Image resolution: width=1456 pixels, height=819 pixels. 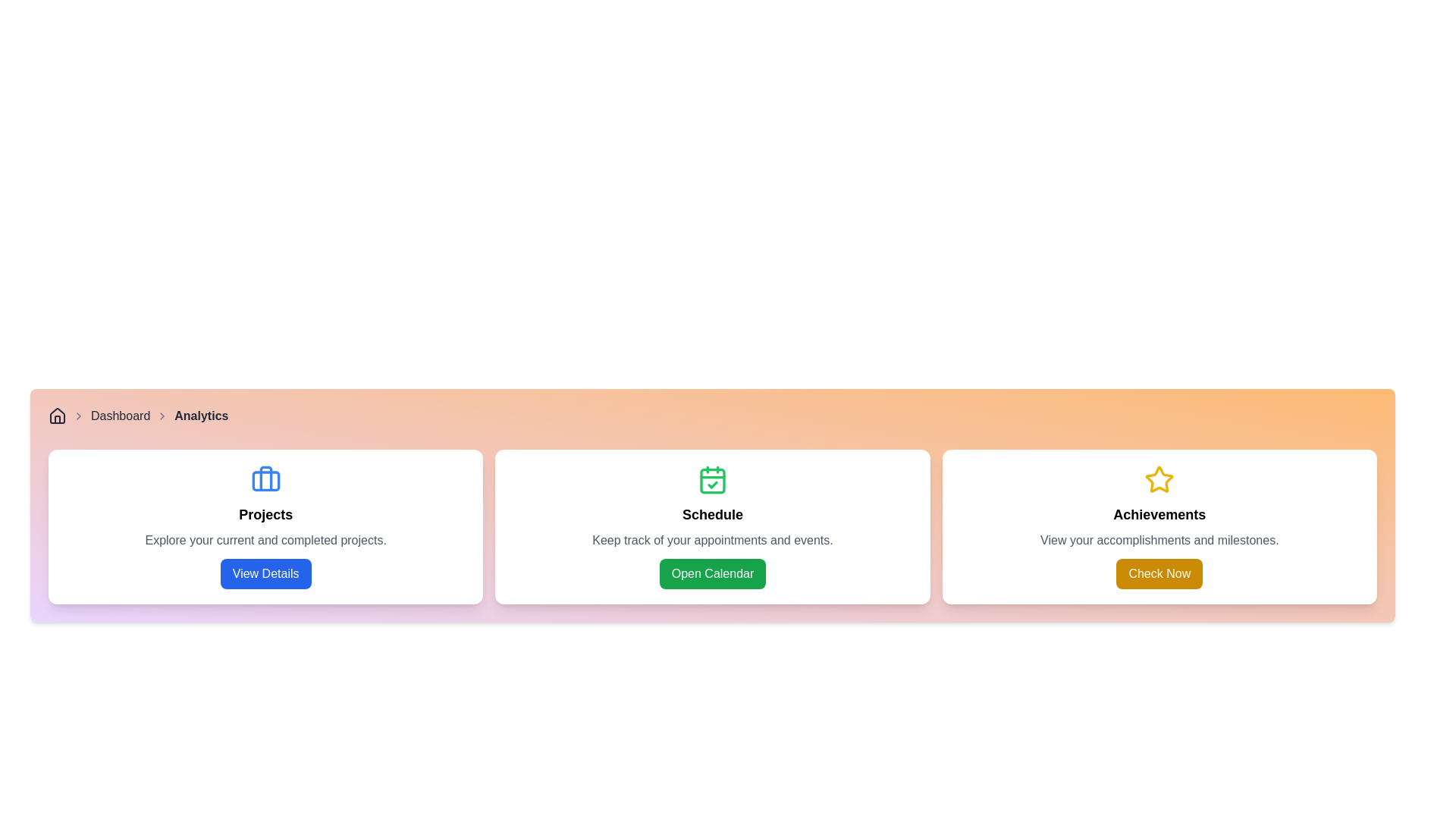 I want to click on the 'View Details' button, so click(x=265, y=573).